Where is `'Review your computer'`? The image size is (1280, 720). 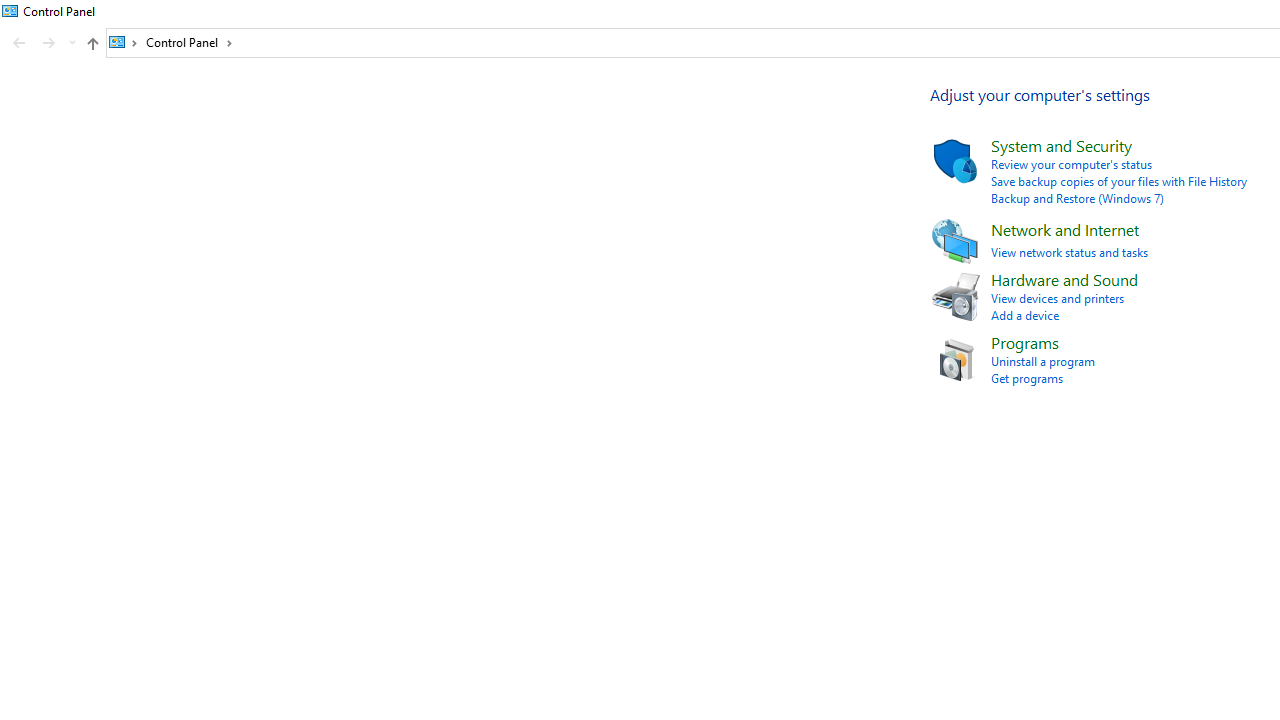 'Review your computer' is located at coordinates (1071, 163).